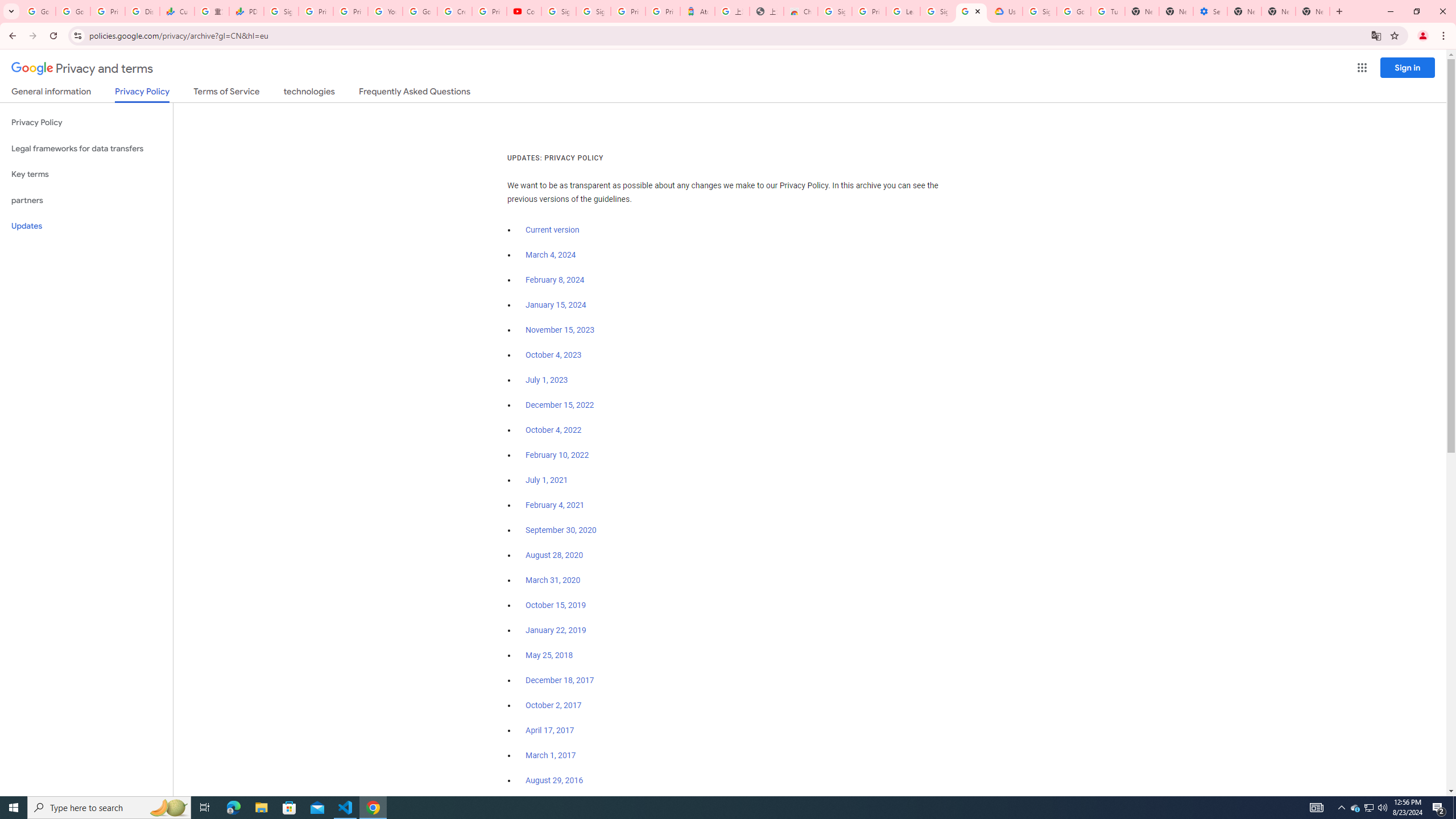 The height and width of the screenshot is (819, 1456). What do you see at coordinates (176, 11) in the screenshot?
I see `'Currencies - Google Finance'` at bounding box center [176, 11].